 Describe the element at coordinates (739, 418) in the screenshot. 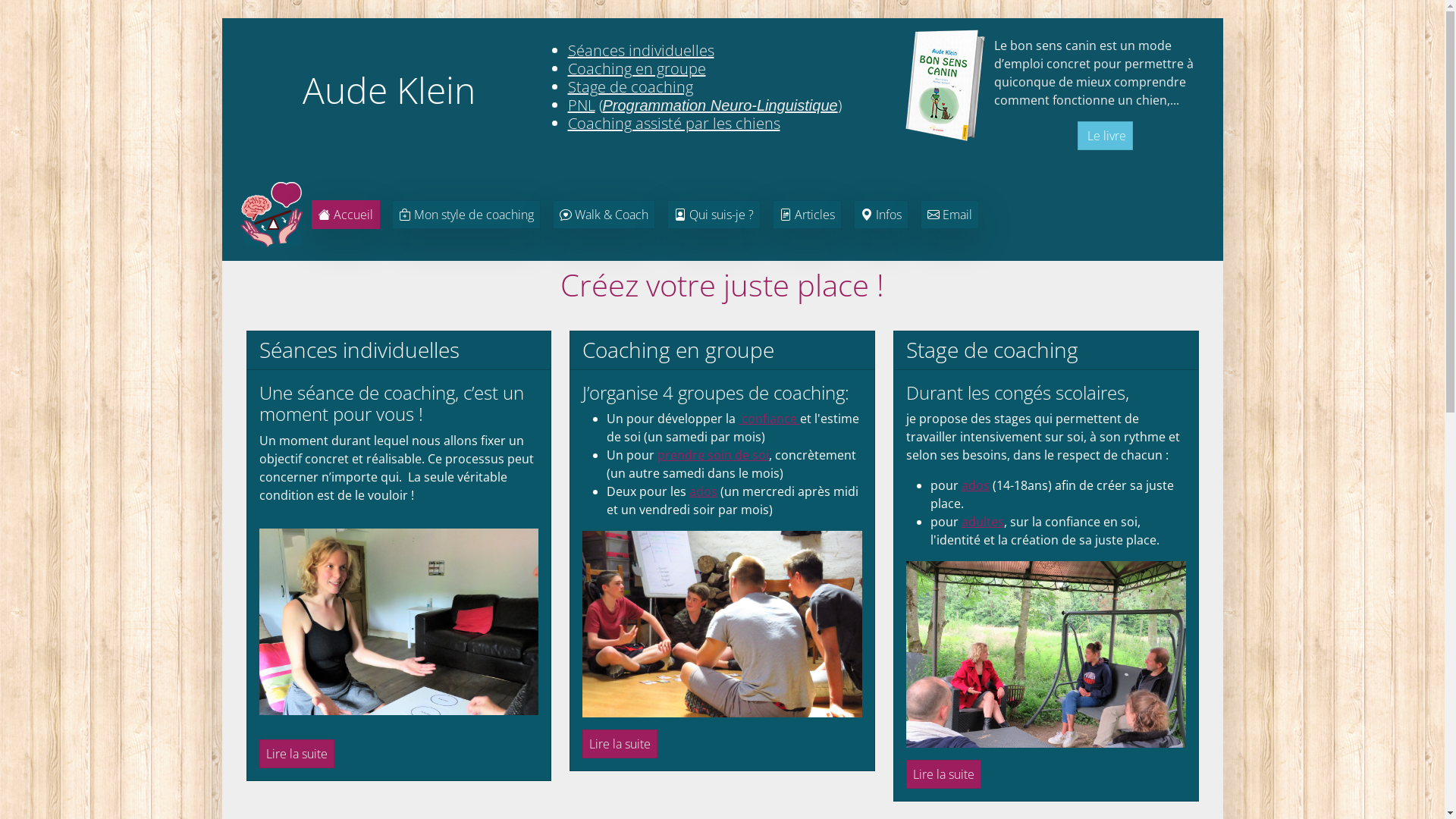

I see `'confiance'` at that location.